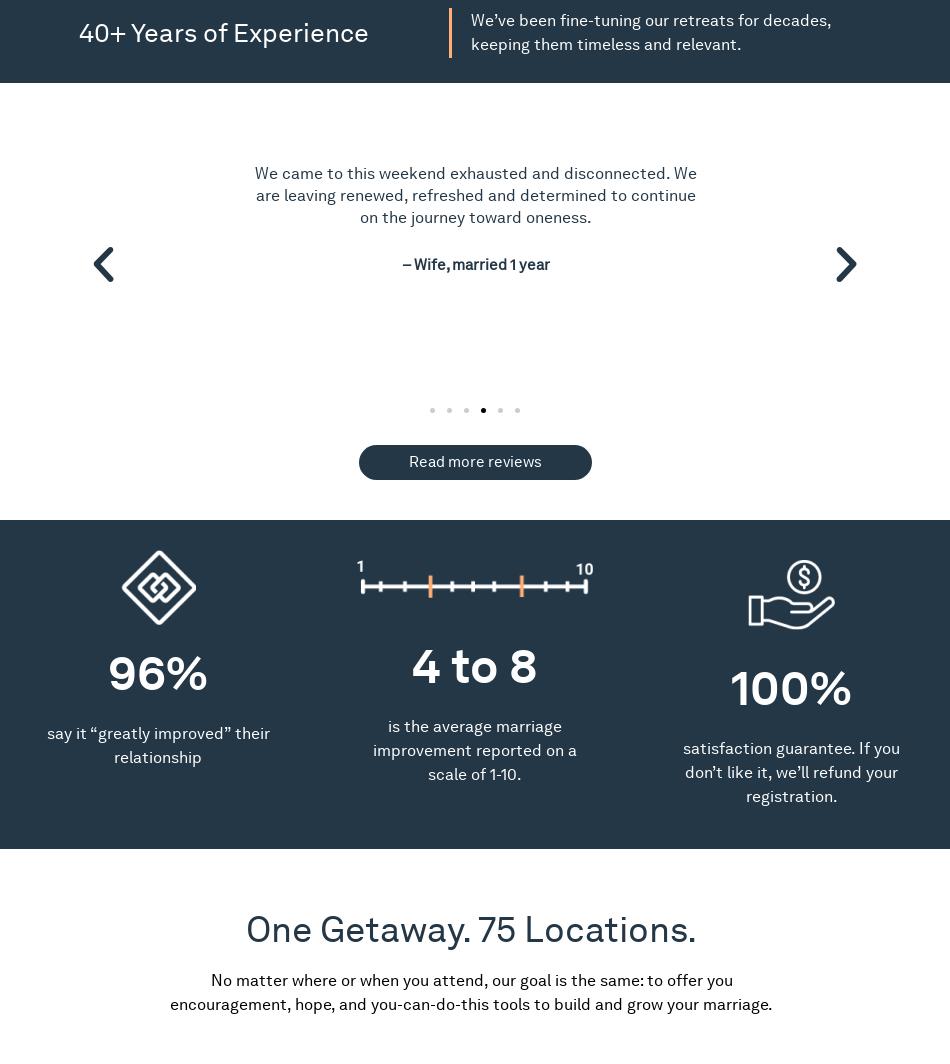  Describe the element at coordinates (790, 687) in the screenshot. I see `'100%'` at that location.